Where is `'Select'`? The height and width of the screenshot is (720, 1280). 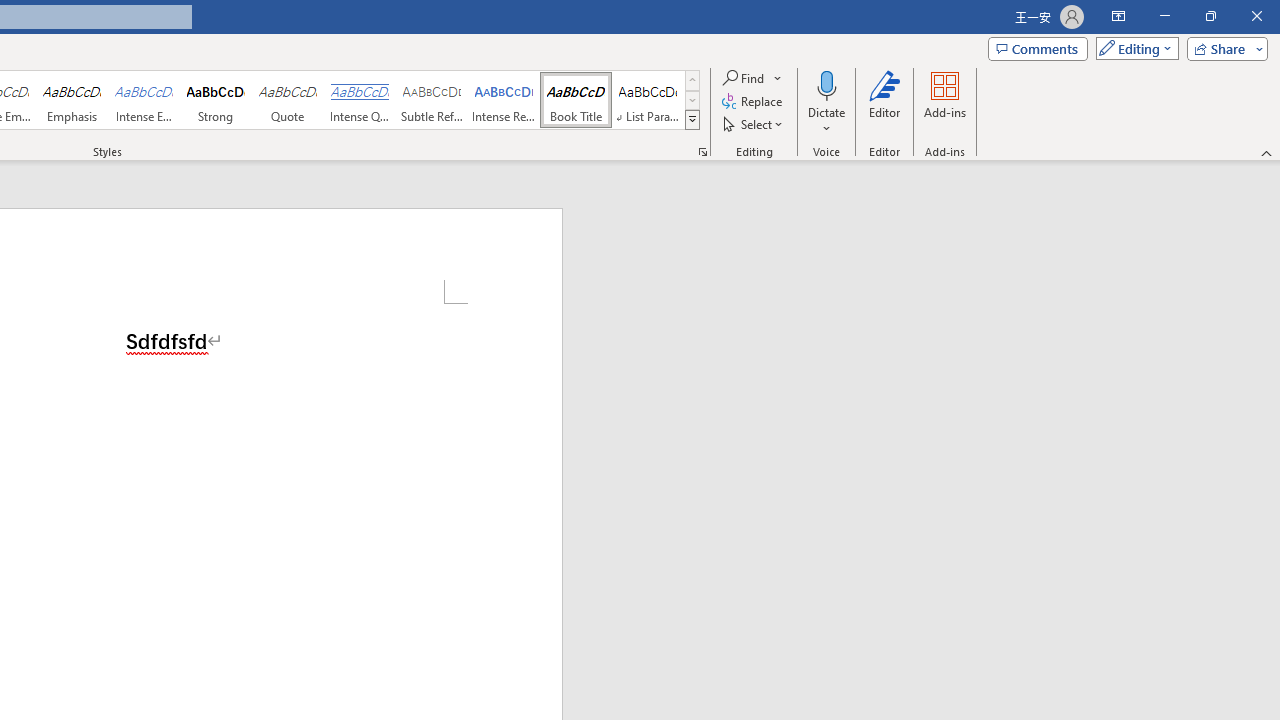
'Select' is located at coordinates (753, 124).